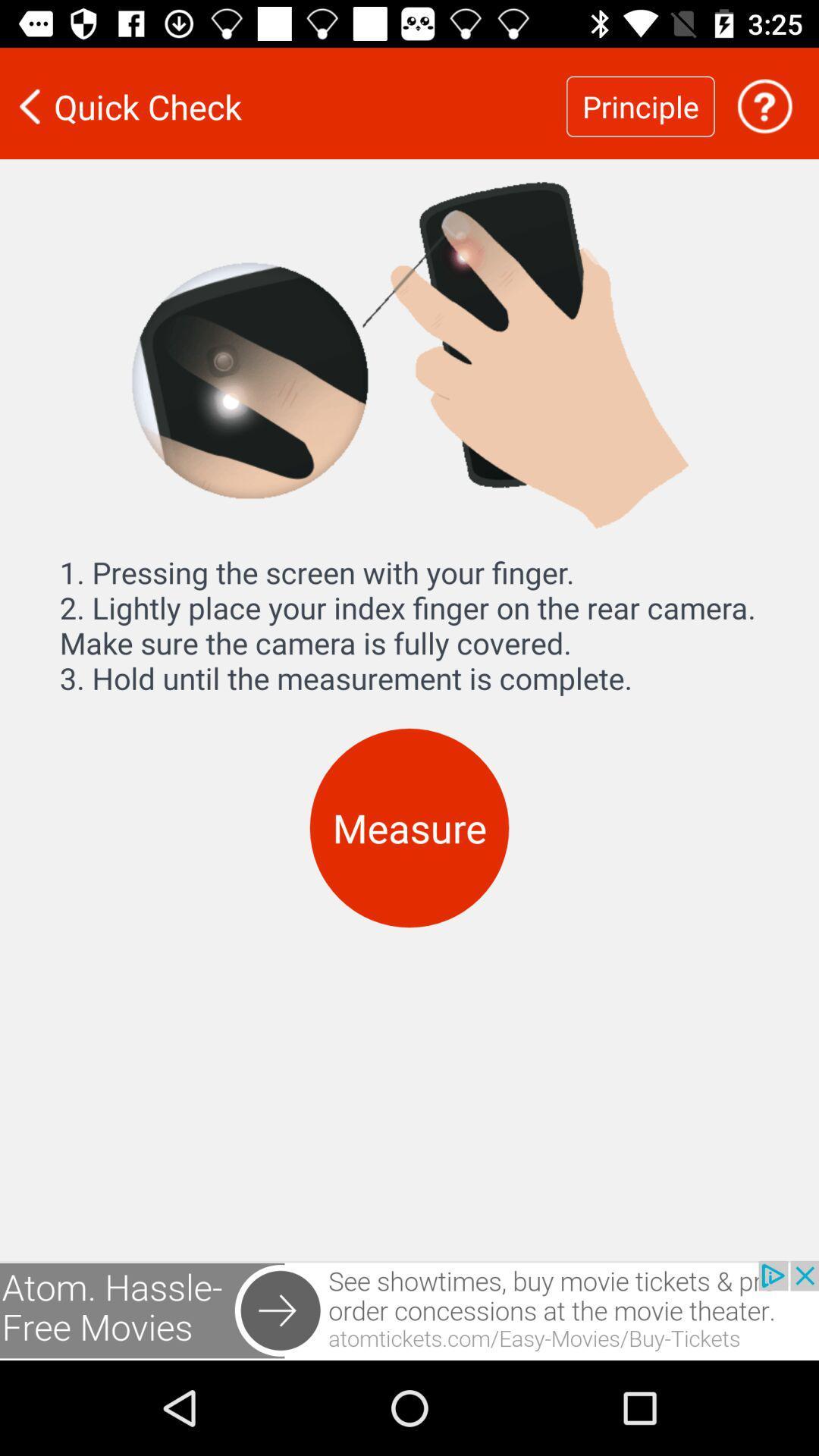  Describe the element at coordinates (764, 105) in the screenshot. I see `help` at that location.